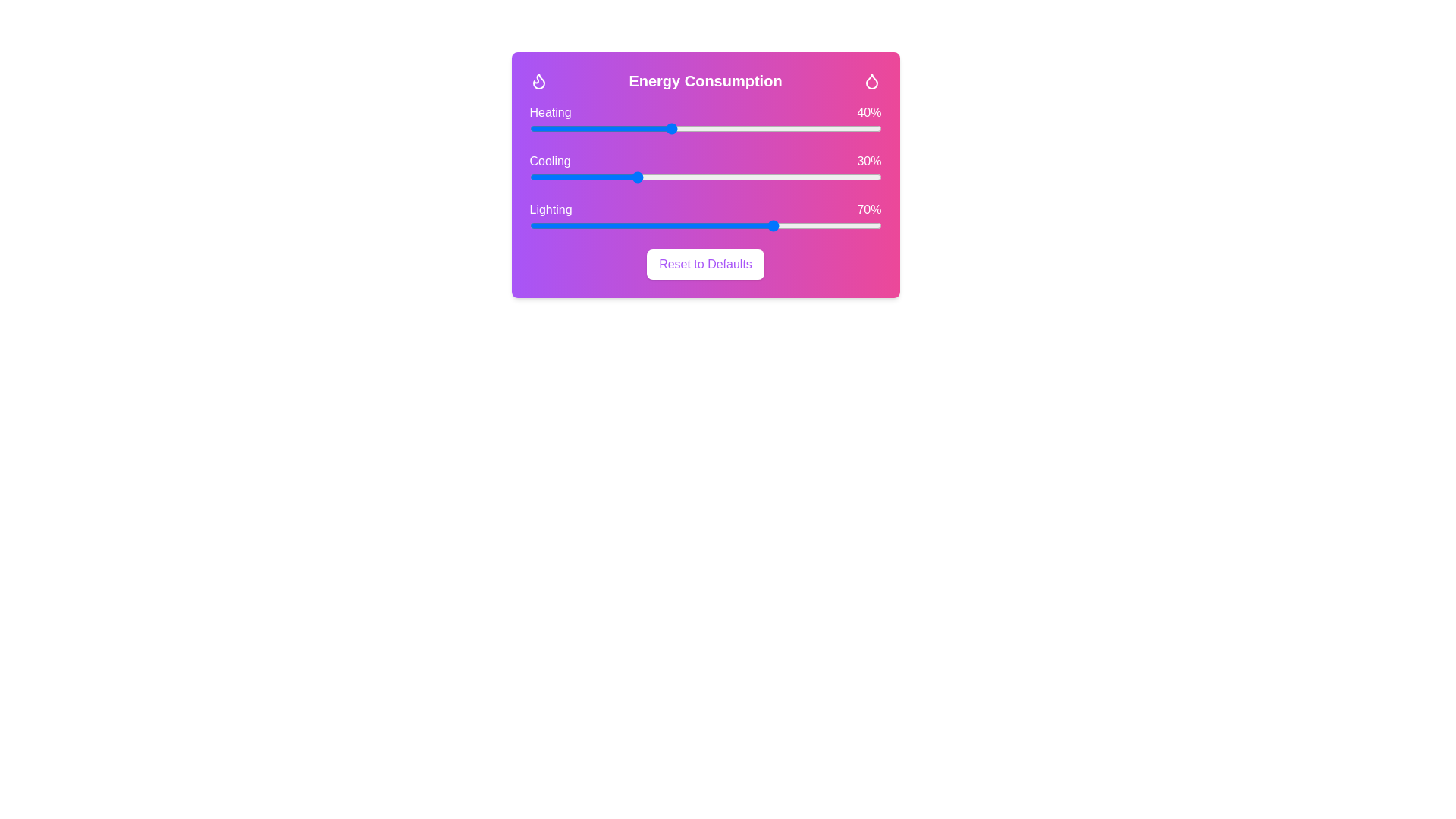 The width and height of the screenshot is (1456, 819). I want to click on the 'Heating' slider to 62%, so click(748, 127).